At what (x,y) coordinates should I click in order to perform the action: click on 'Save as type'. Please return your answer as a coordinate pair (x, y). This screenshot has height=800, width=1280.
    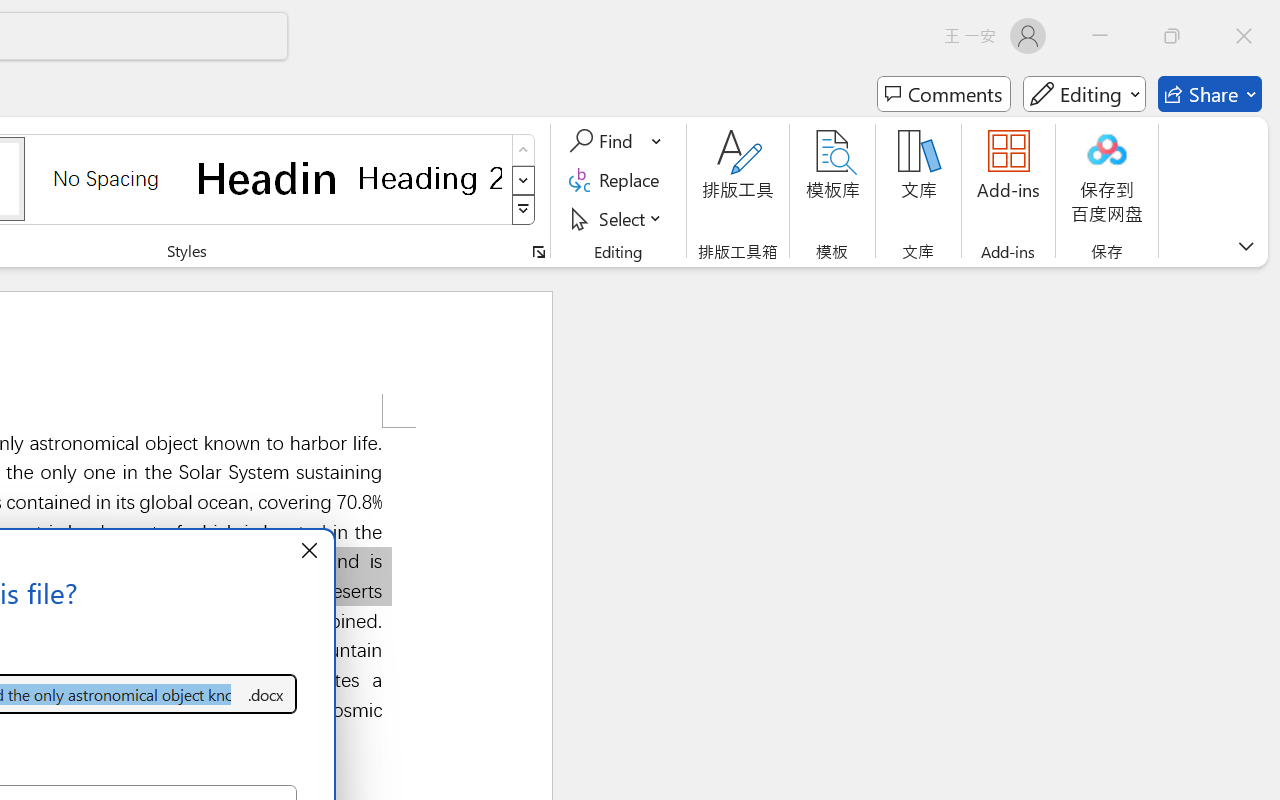
    Looking at the image, I should click on (264, 694).